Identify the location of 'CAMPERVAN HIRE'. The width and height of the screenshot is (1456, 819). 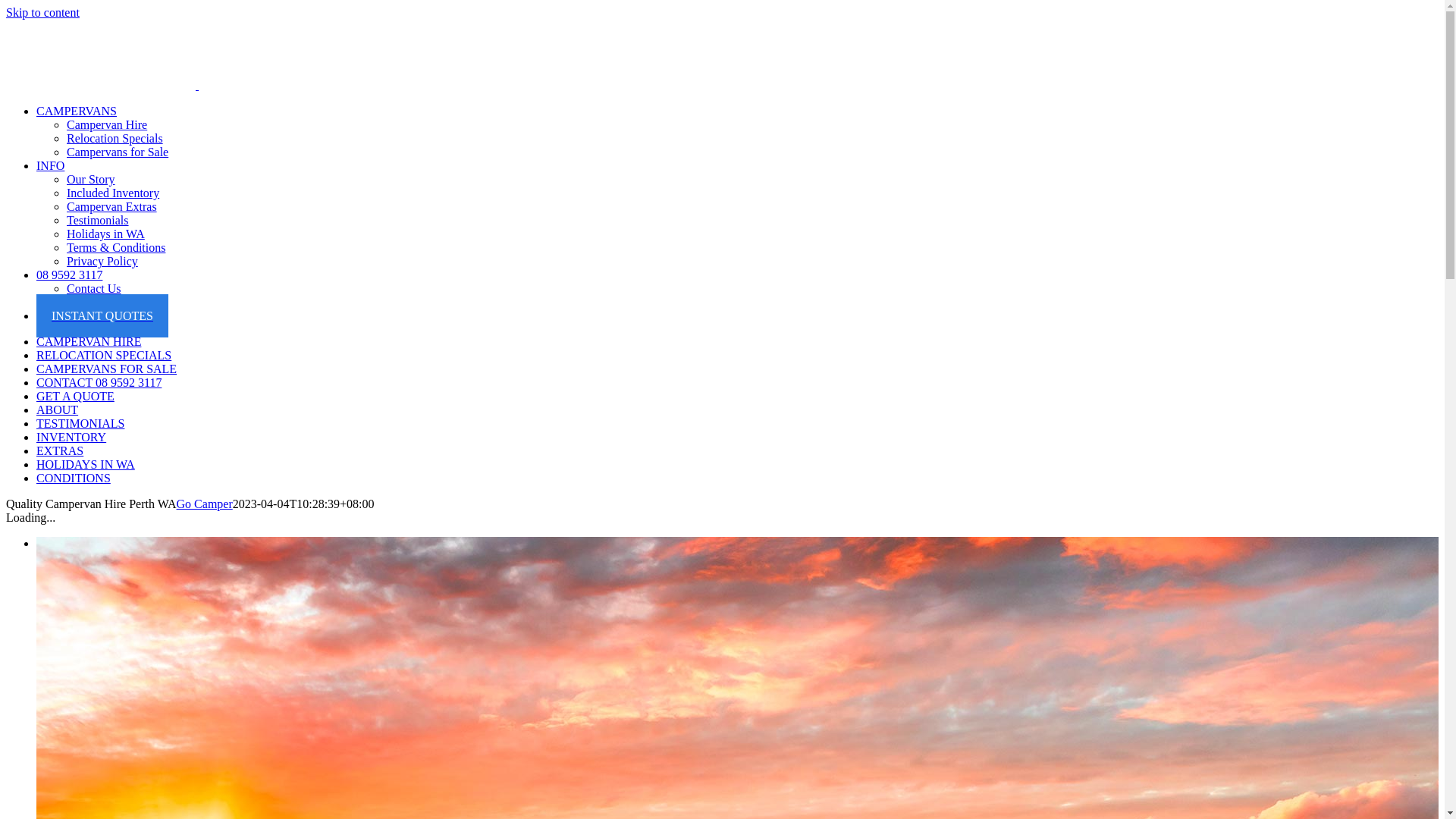
(87, 341).